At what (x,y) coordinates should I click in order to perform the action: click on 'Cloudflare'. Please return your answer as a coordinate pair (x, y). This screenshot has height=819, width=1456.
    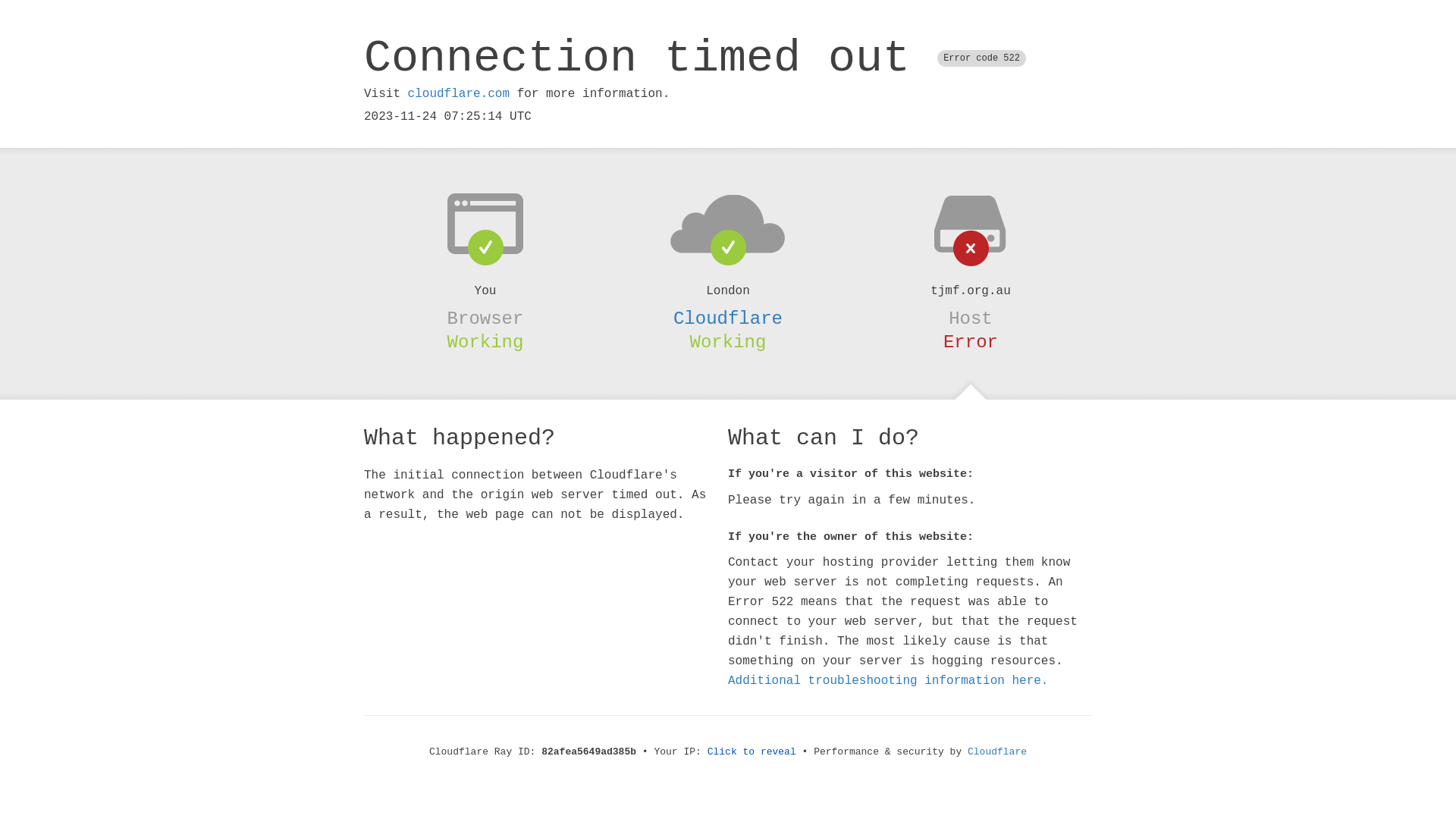
    Looking at the image, I should click on (728, 318).